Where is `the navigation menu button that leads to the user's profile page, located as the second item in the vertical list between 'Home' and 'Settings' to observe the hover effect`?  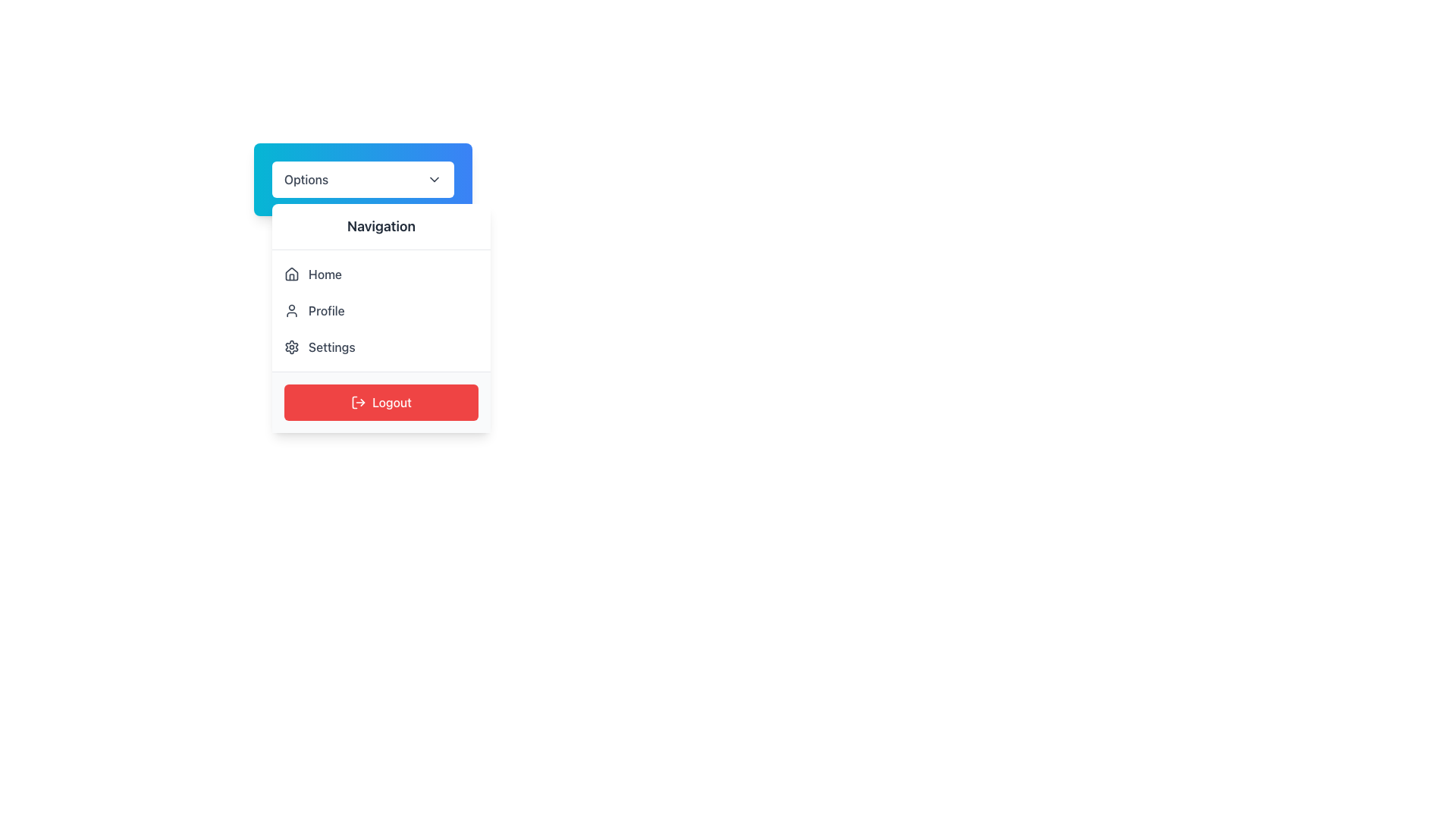
the navigation menu button that leads to the user's profile page, located as the second item in the vertical list between 'Home' and 'Settings' to observe the hover effect is located at coordinates (381, 309).